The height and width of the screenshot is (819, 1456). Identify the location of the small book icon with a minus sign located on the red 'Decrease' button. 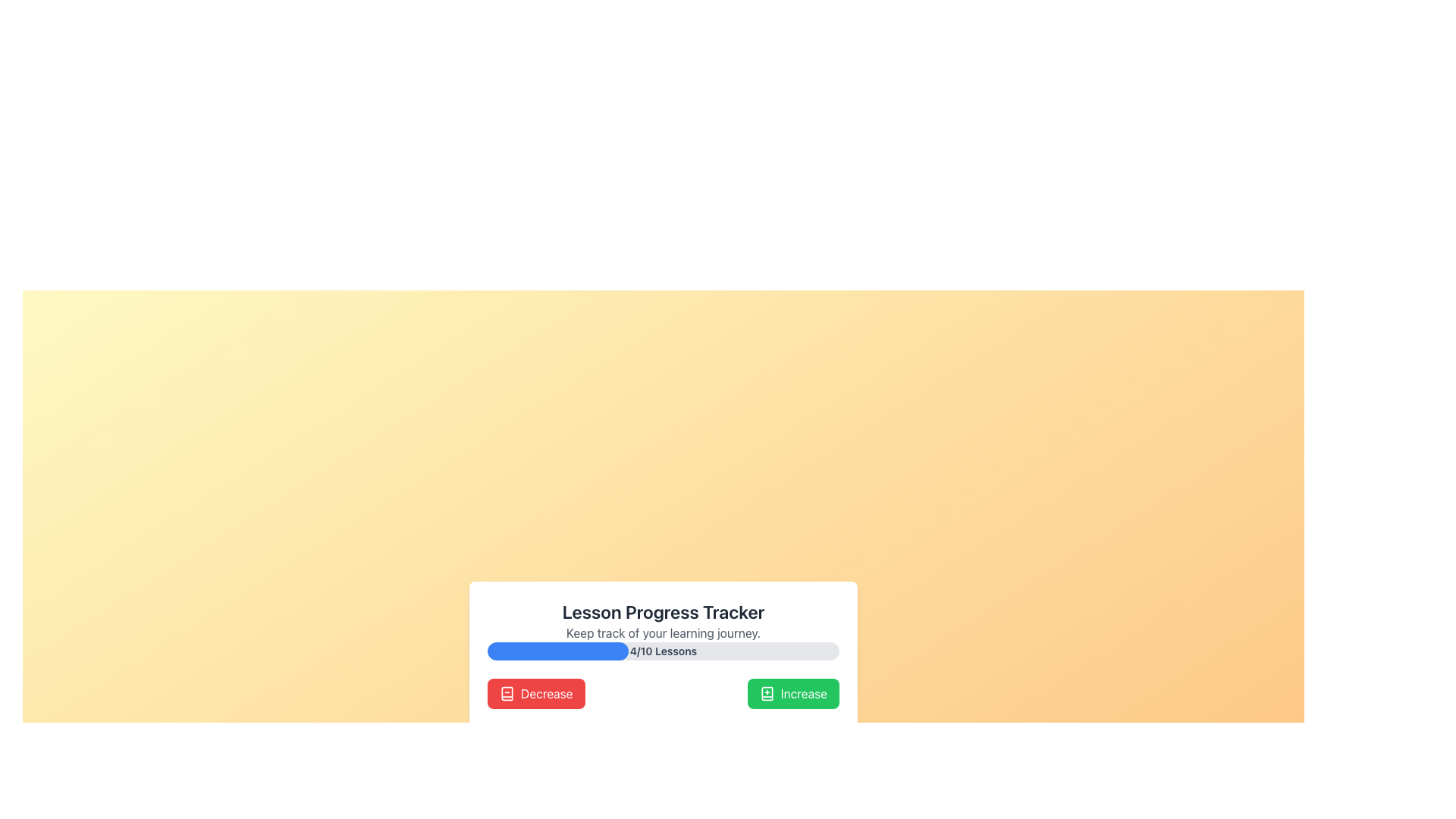
(507, 693).